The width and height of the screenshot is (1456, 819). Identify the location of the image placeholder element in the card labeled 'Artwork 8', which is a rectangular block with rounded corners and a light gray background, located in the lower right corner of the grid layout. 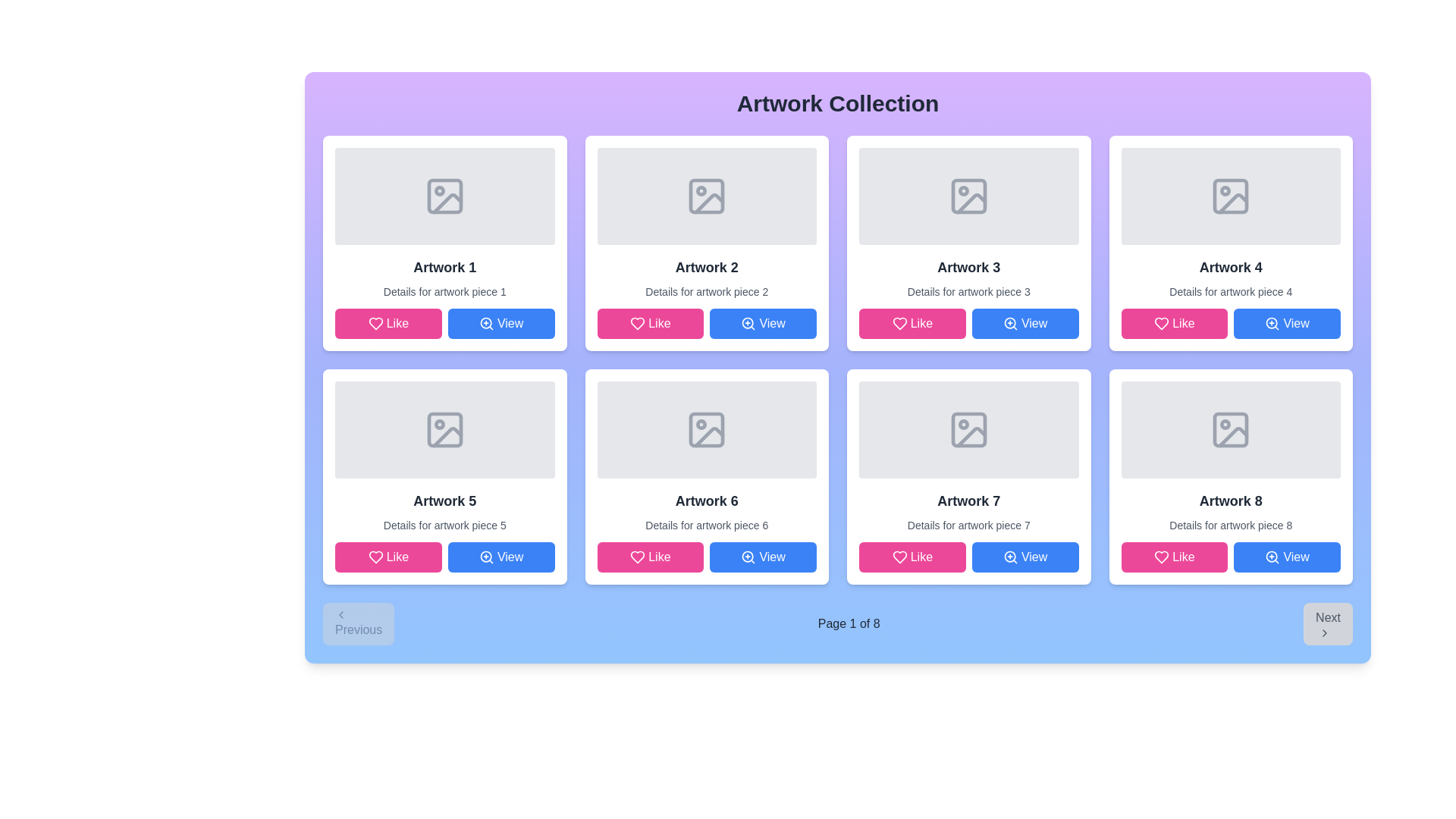
(1231, 430).